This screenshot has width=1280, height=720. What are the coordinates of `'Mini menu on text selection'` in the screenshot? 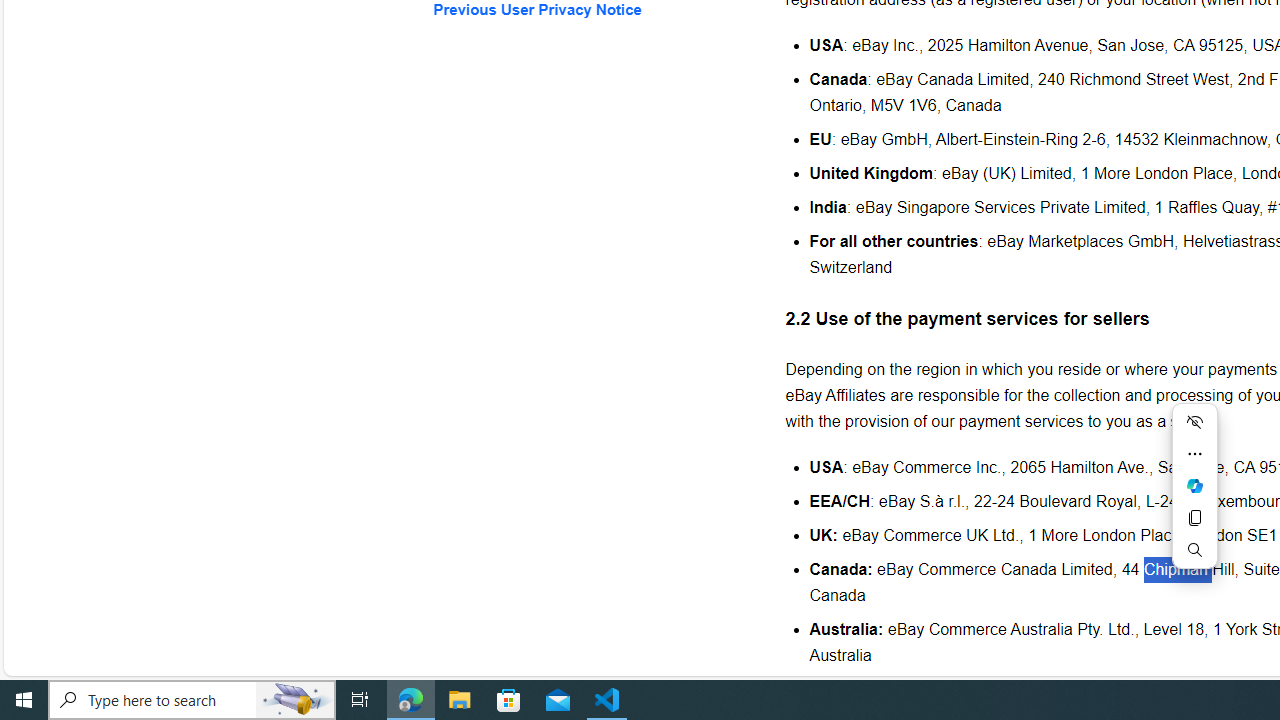 It's located at (1194, 497).